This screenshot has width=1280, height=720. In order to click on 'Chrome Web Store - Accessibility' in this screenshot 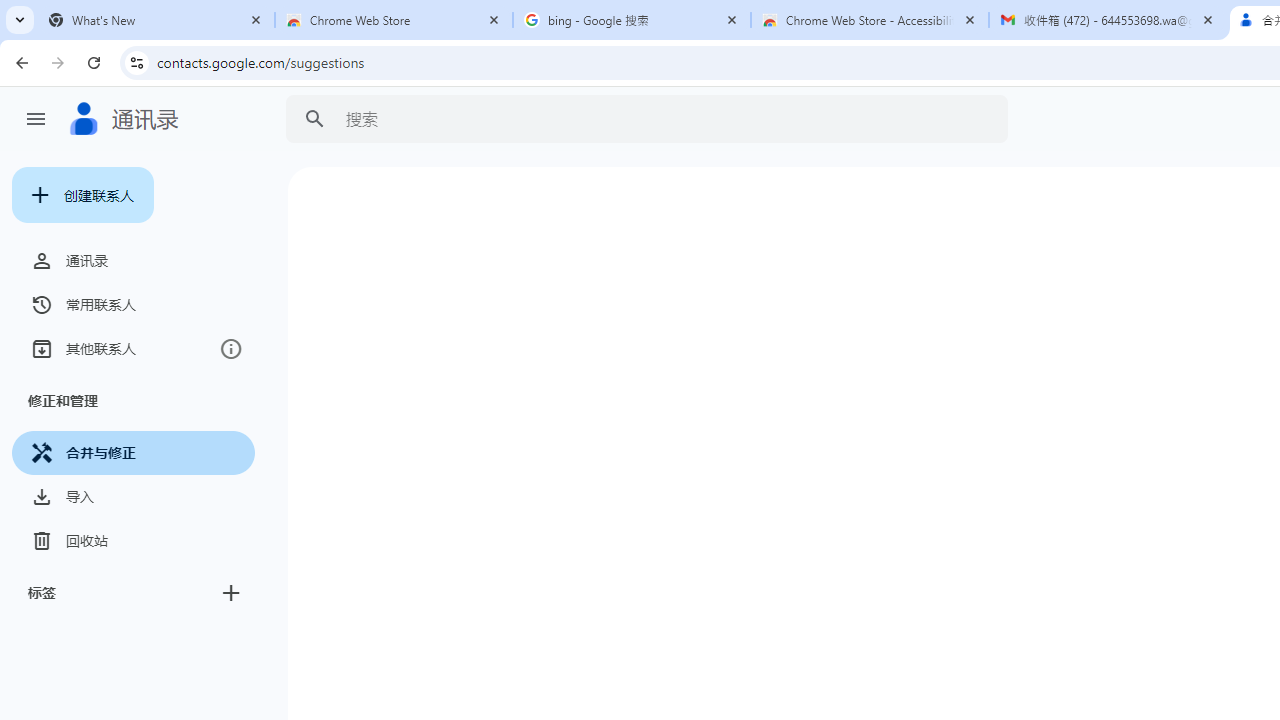, I will do `click(870, 20)`.